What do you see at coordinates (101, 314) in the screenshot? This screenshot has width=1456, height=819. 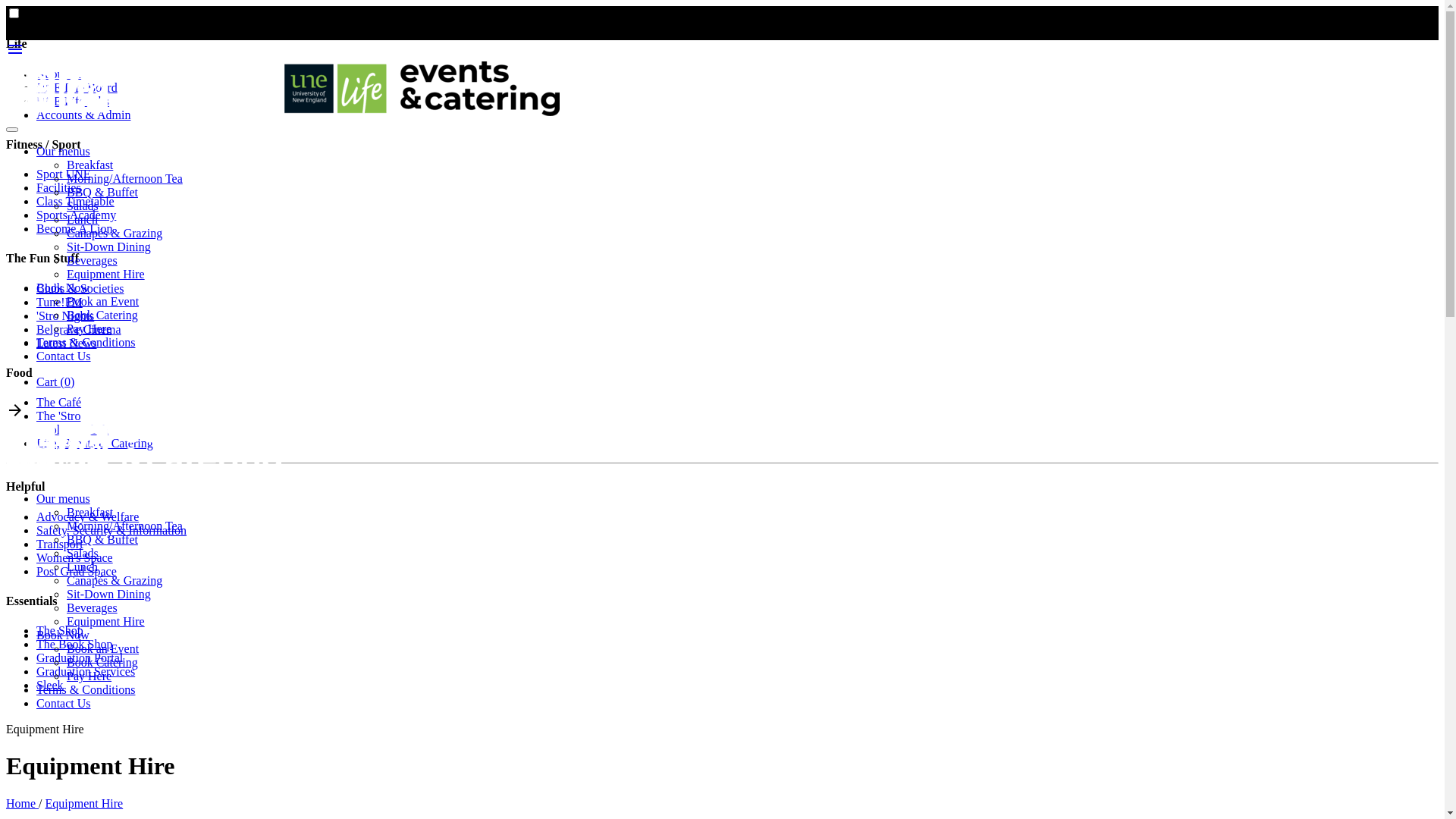 I see `'Book Catering'` at bounding box center [101, 314].